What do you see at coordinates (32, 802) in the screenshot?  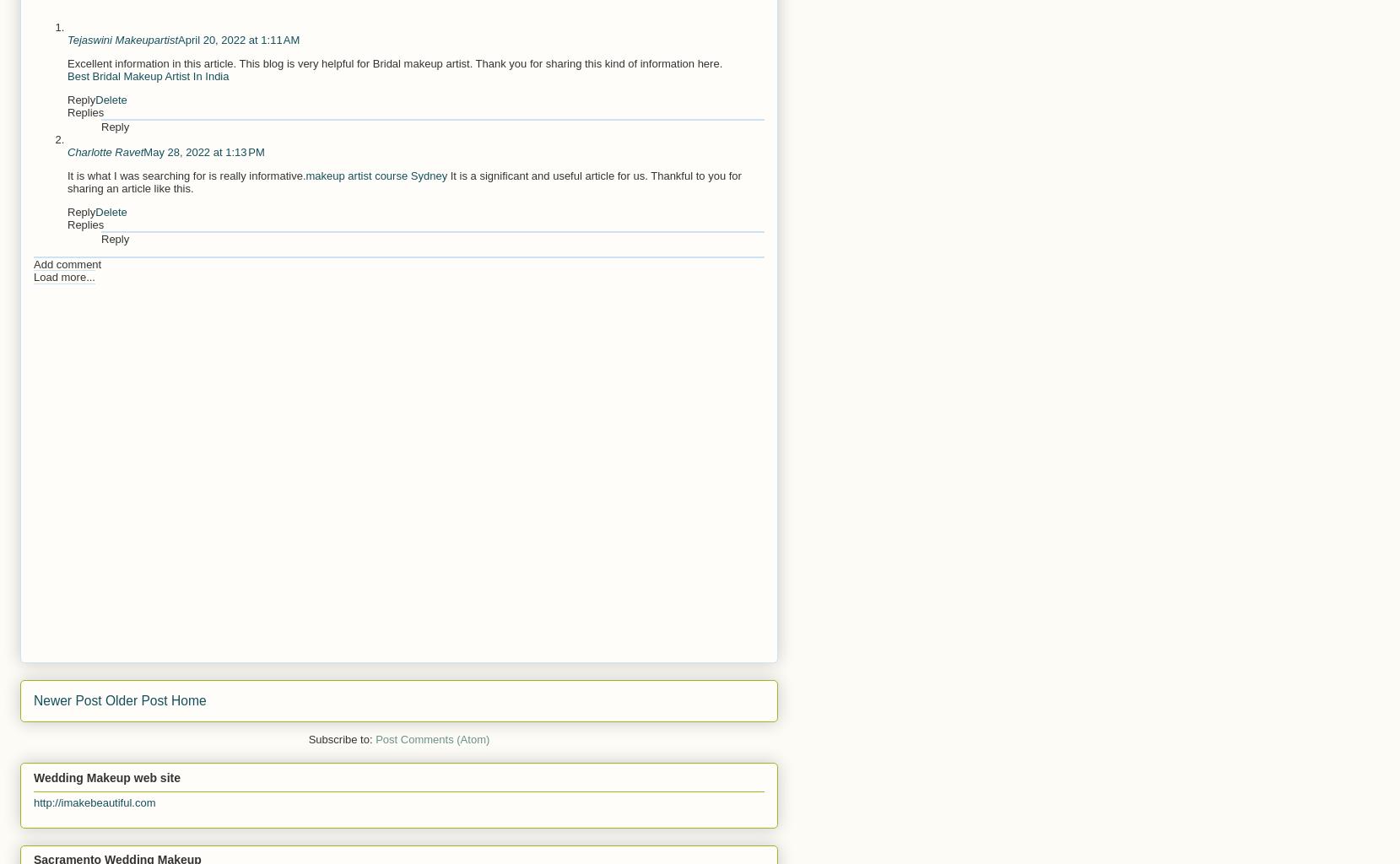 I see `'http://imakebeautiful.com'` at bounding box center [32, 802].